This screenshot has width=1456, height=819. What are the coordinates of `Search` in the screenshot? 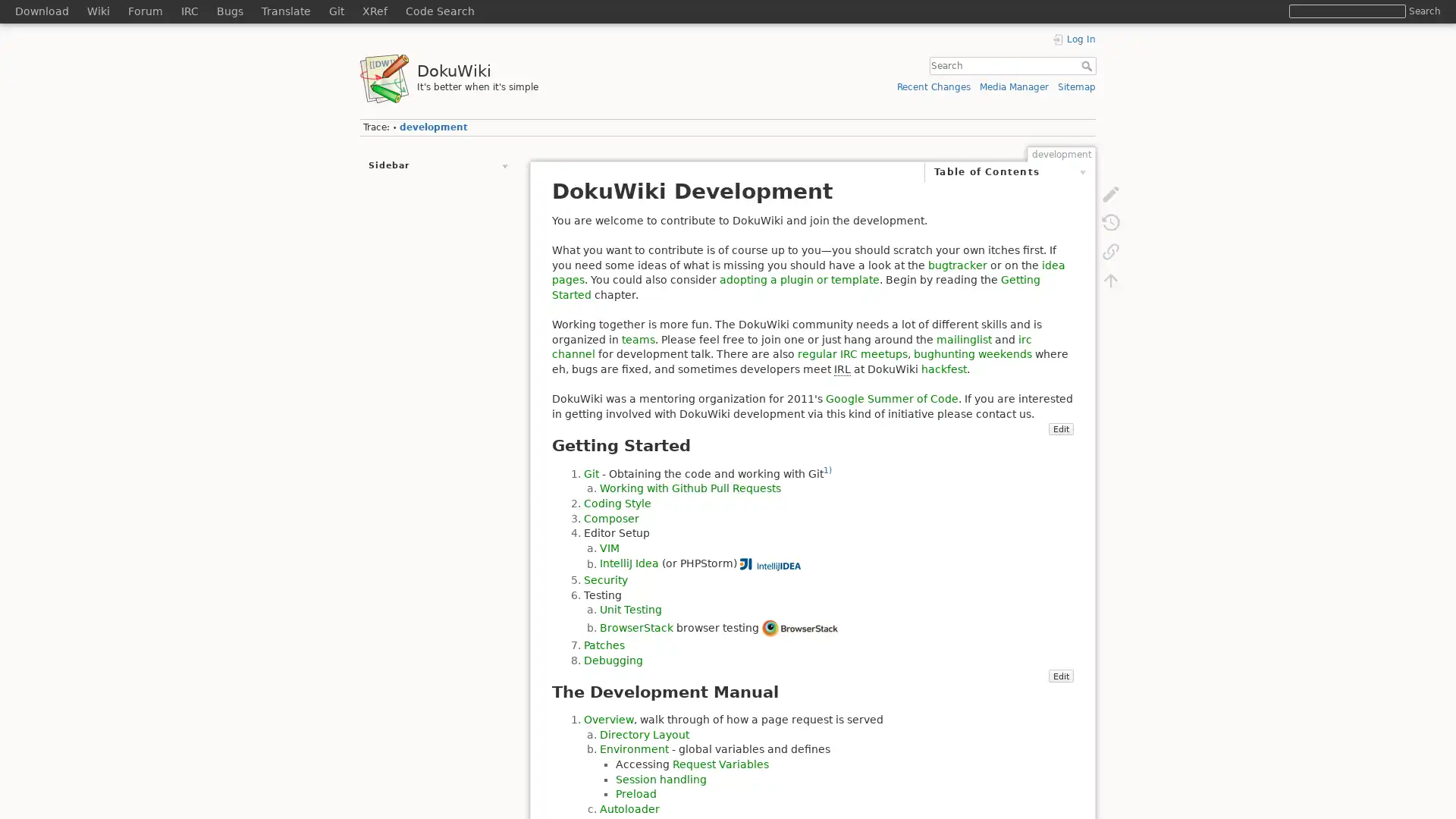 It's located at (1423, 11).